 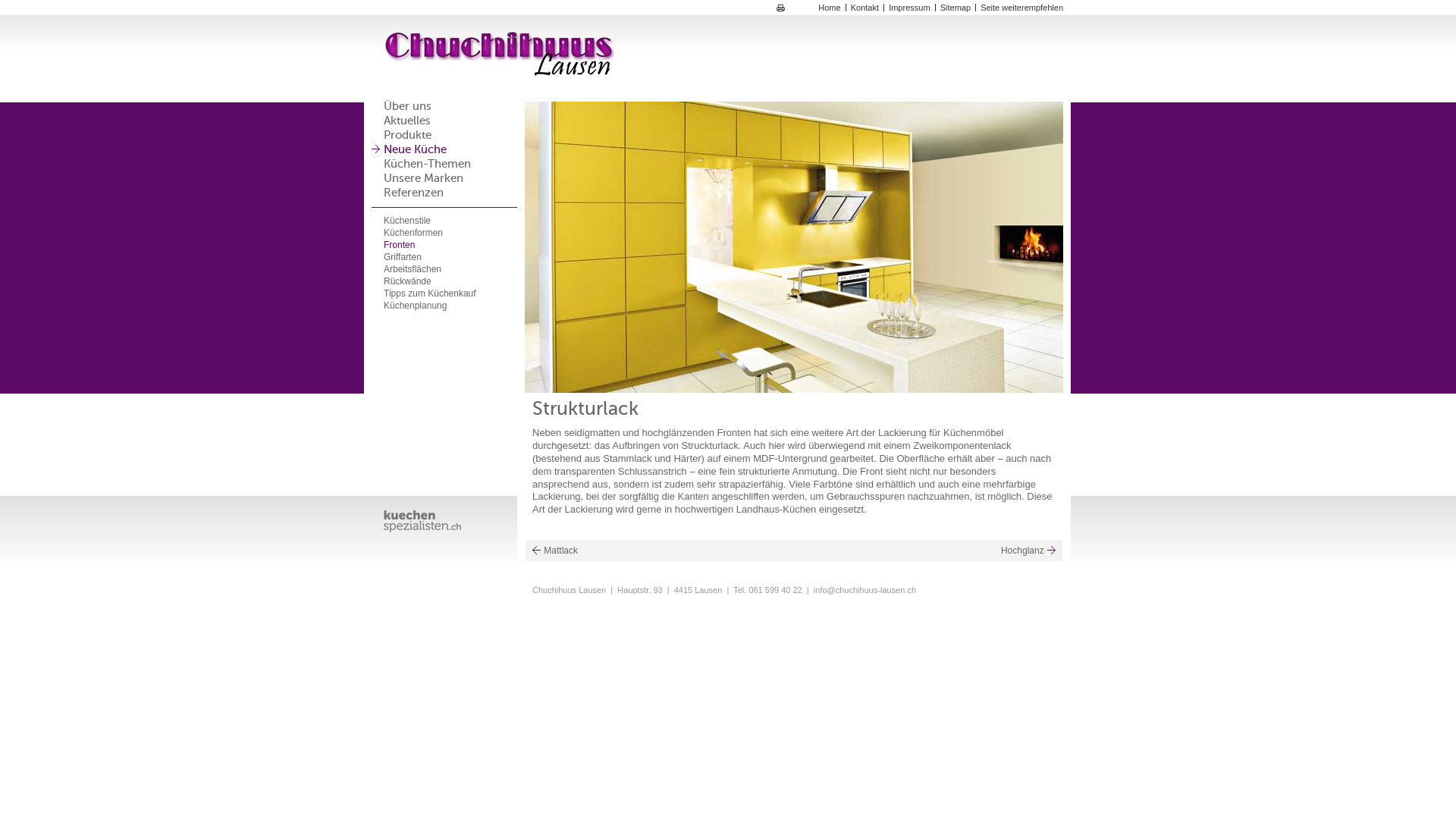 What do you see at coordinates (423, 178) in the screenshot?
I see `'Unsere Marken'` at bounding box center [423, 178].